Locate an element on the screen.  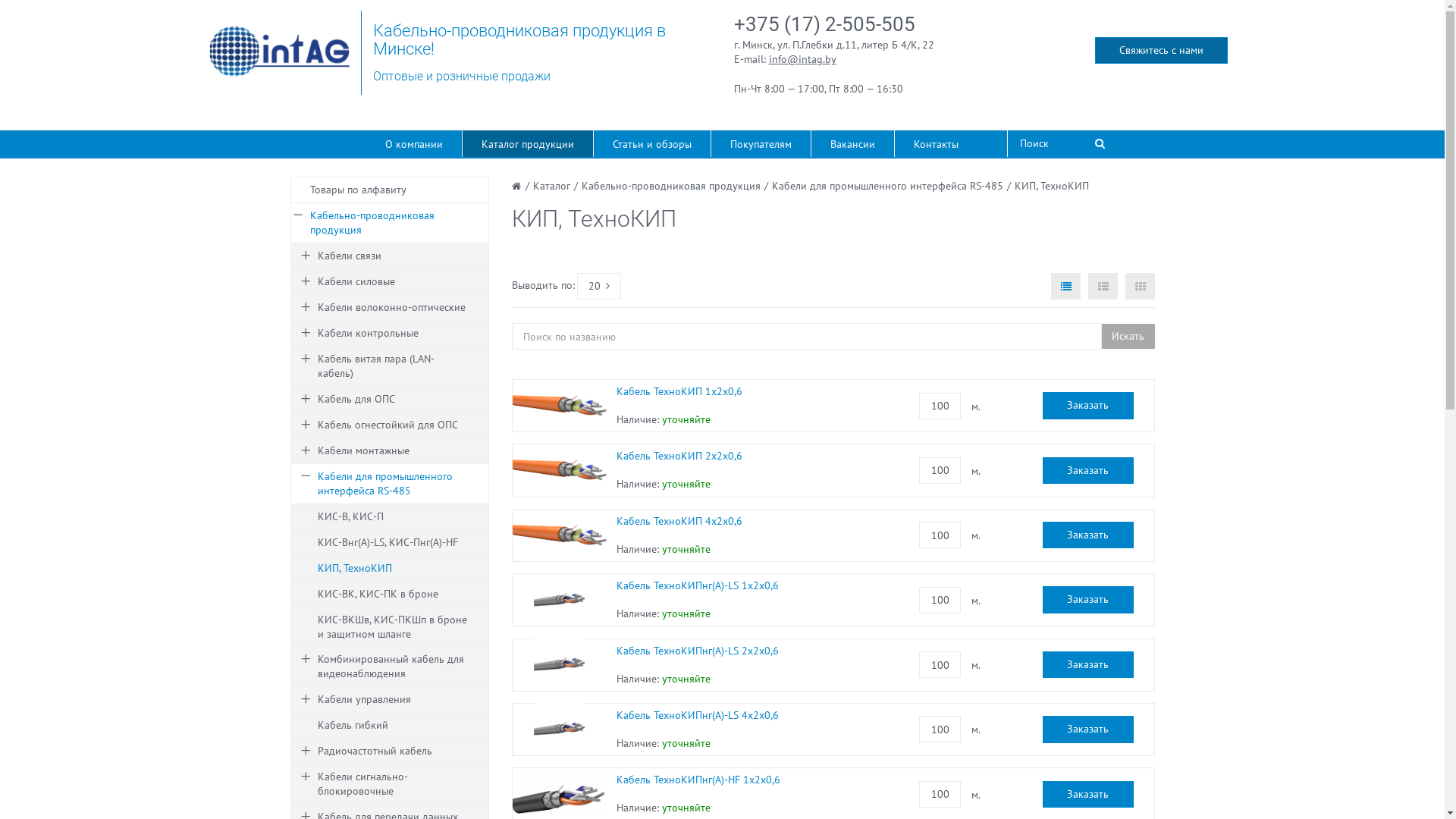
'20' is located at coordinates (598, 286).